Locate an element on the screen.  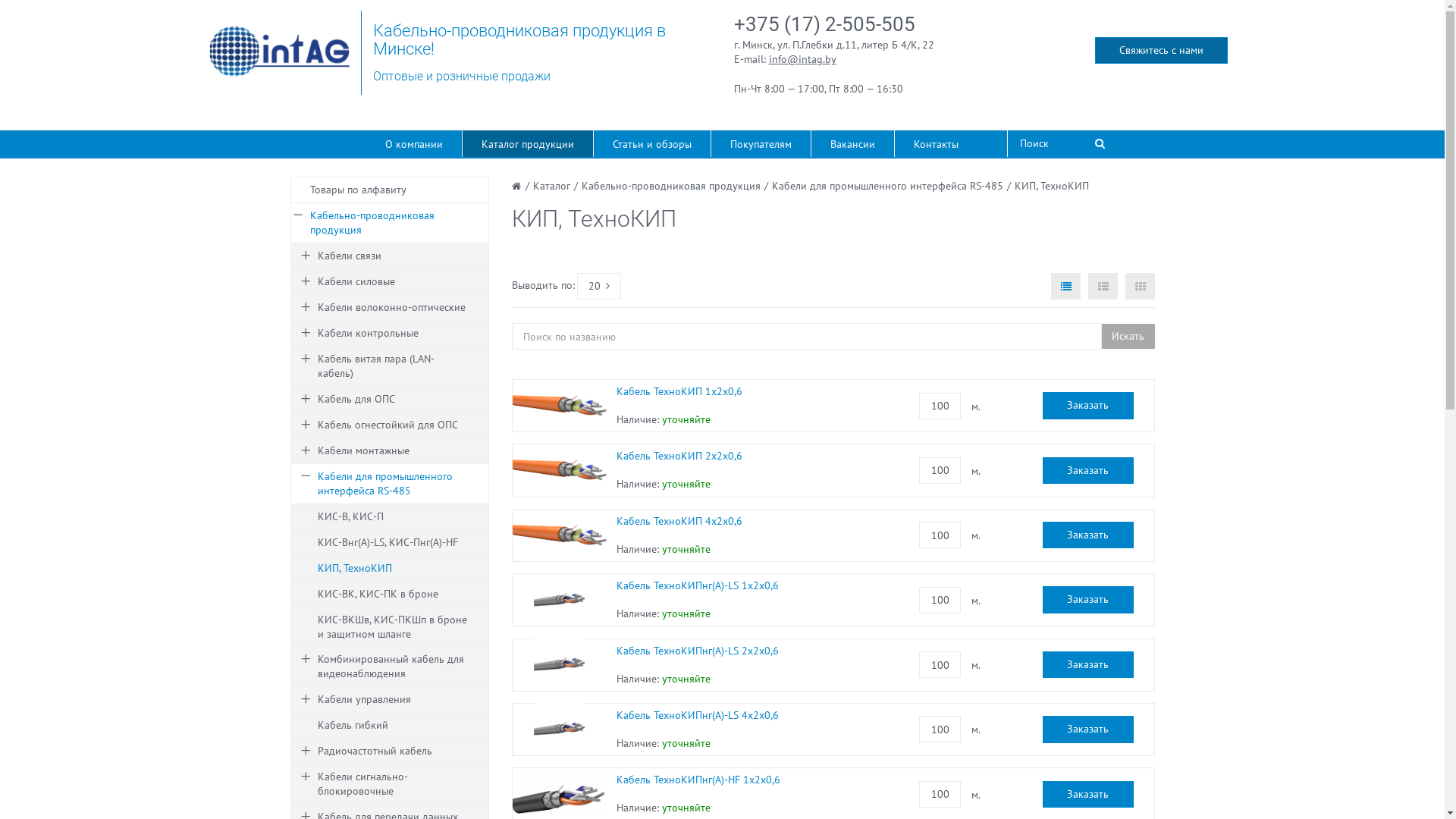
'20' is located at coordinates (598, 286).